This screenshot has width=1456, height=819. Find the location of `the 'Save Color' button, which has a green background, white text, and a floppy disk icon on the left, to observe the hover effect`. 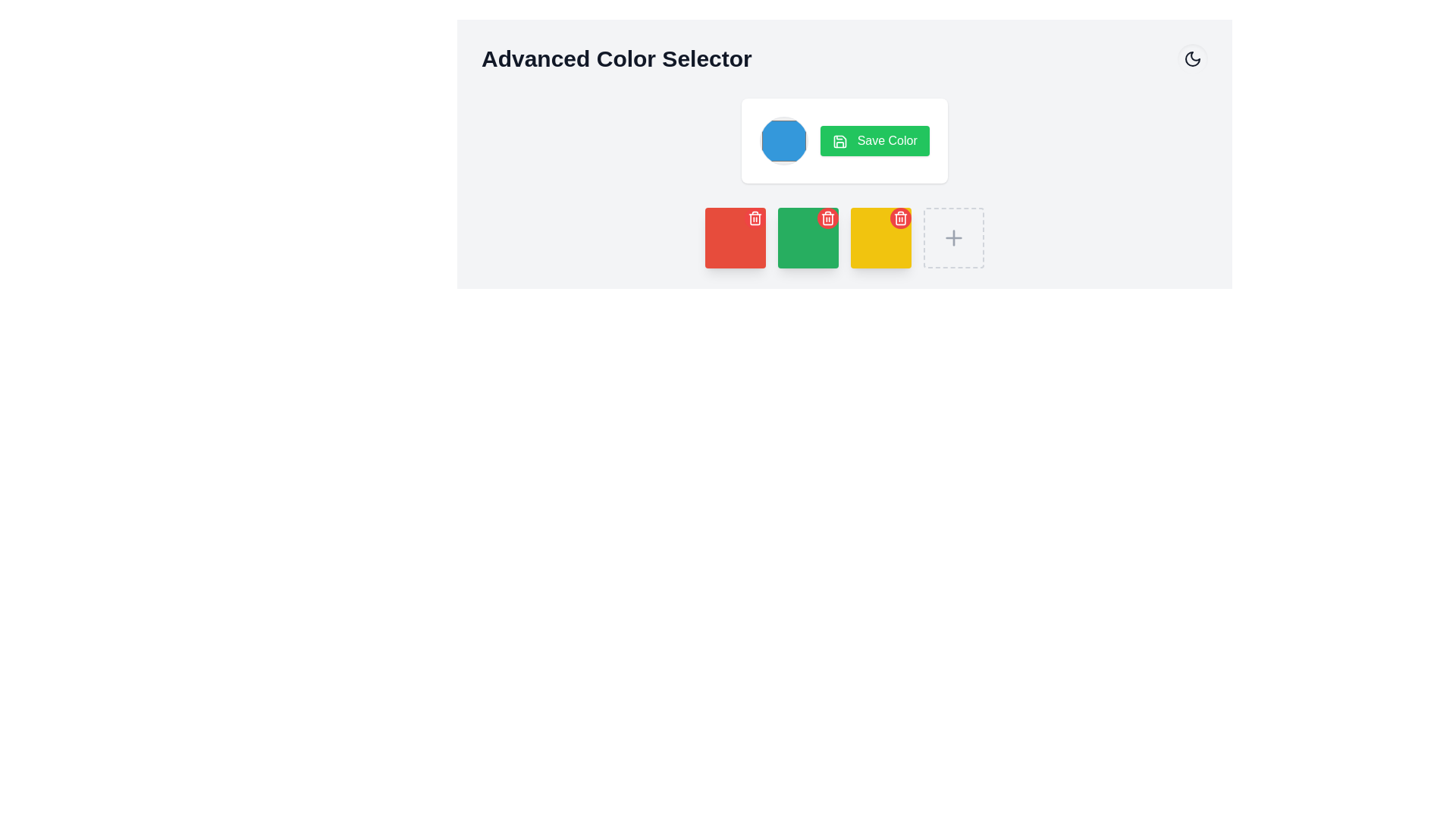

the 'Save Color' button, which has a green background, white text, and a floppy disk icon on the left, to observe the hover effect is located at coordinates (874, 140).